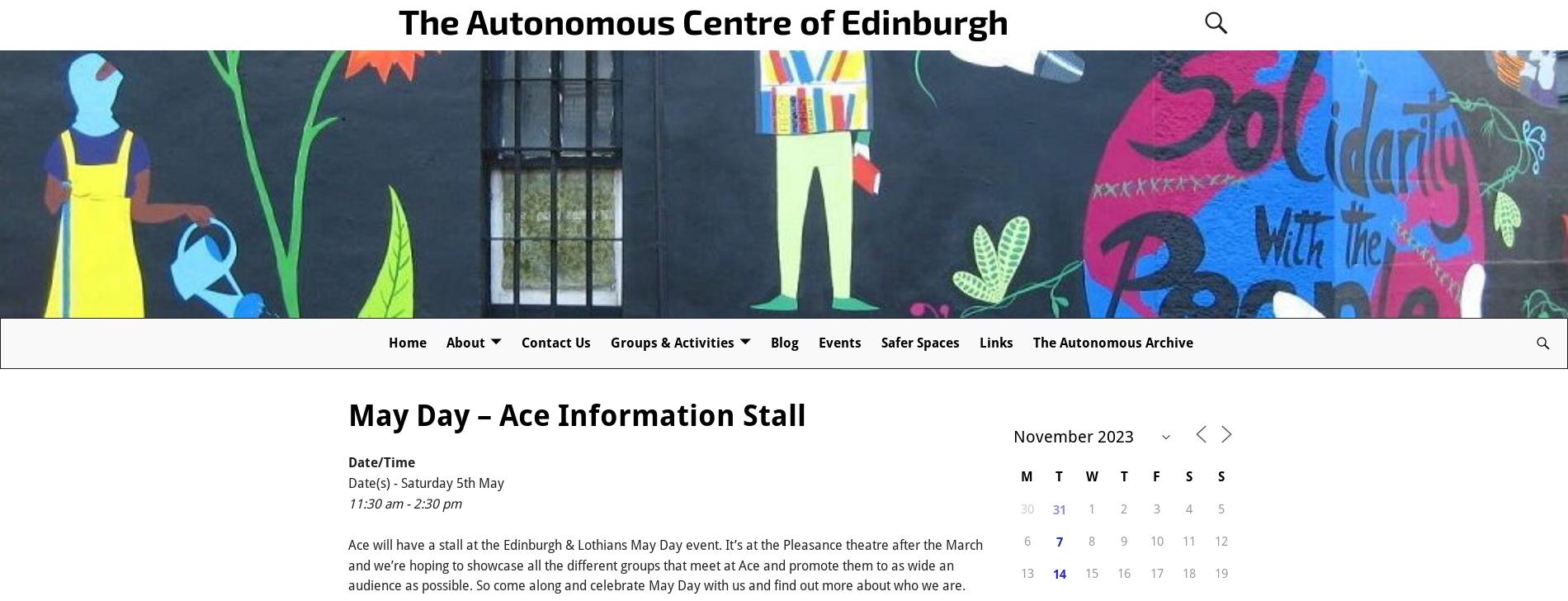 The width and height of the screenshot is (1568, 601). Describe the element at coordinates (1112, 343) in the screenshot. I see `'The Autonomous Archive'` at that location.